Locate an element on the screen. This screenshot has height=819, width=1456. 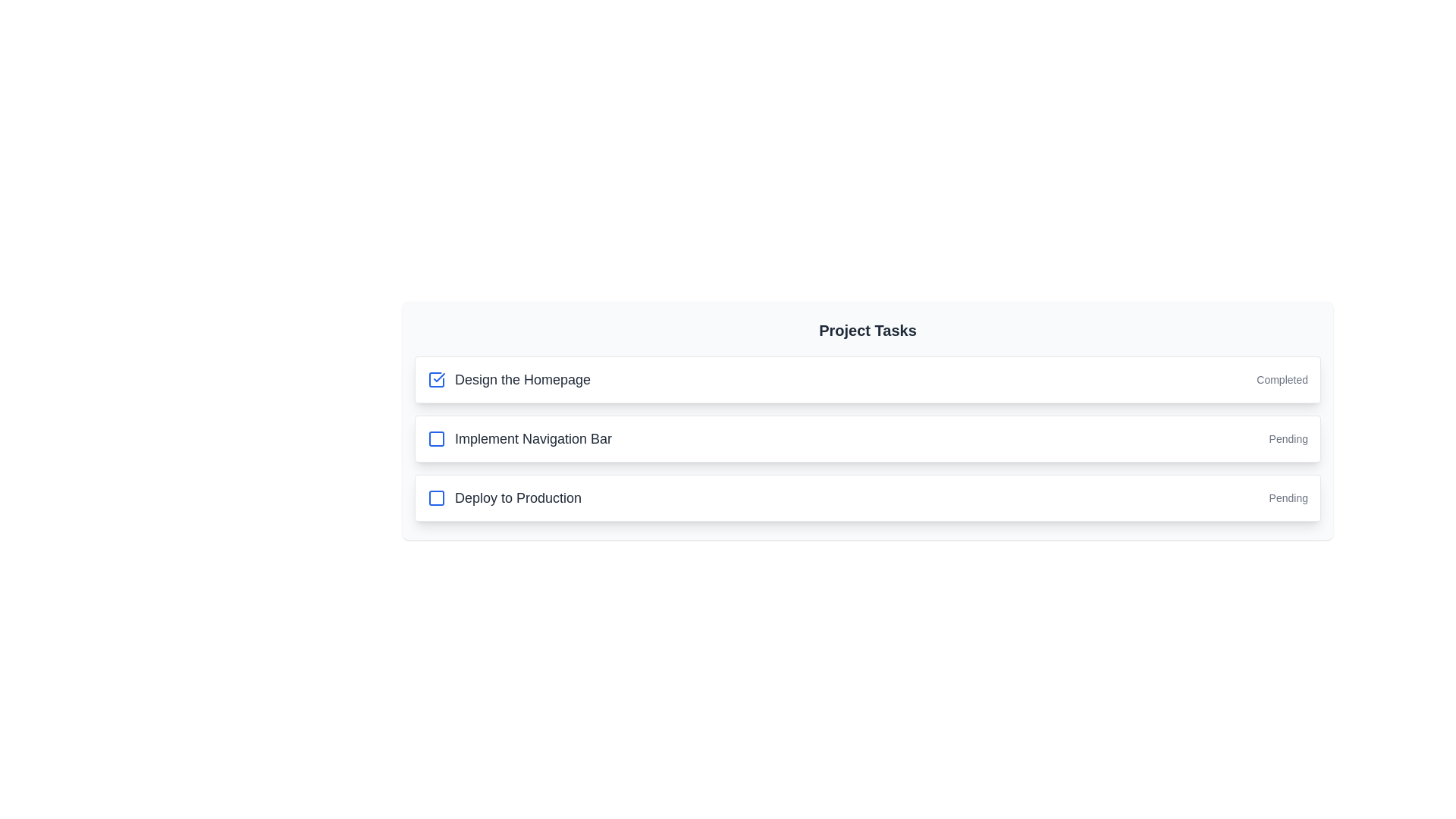
the checkbox for the task 'Implement Navigation Bar' is located at coordinates (436, 438).